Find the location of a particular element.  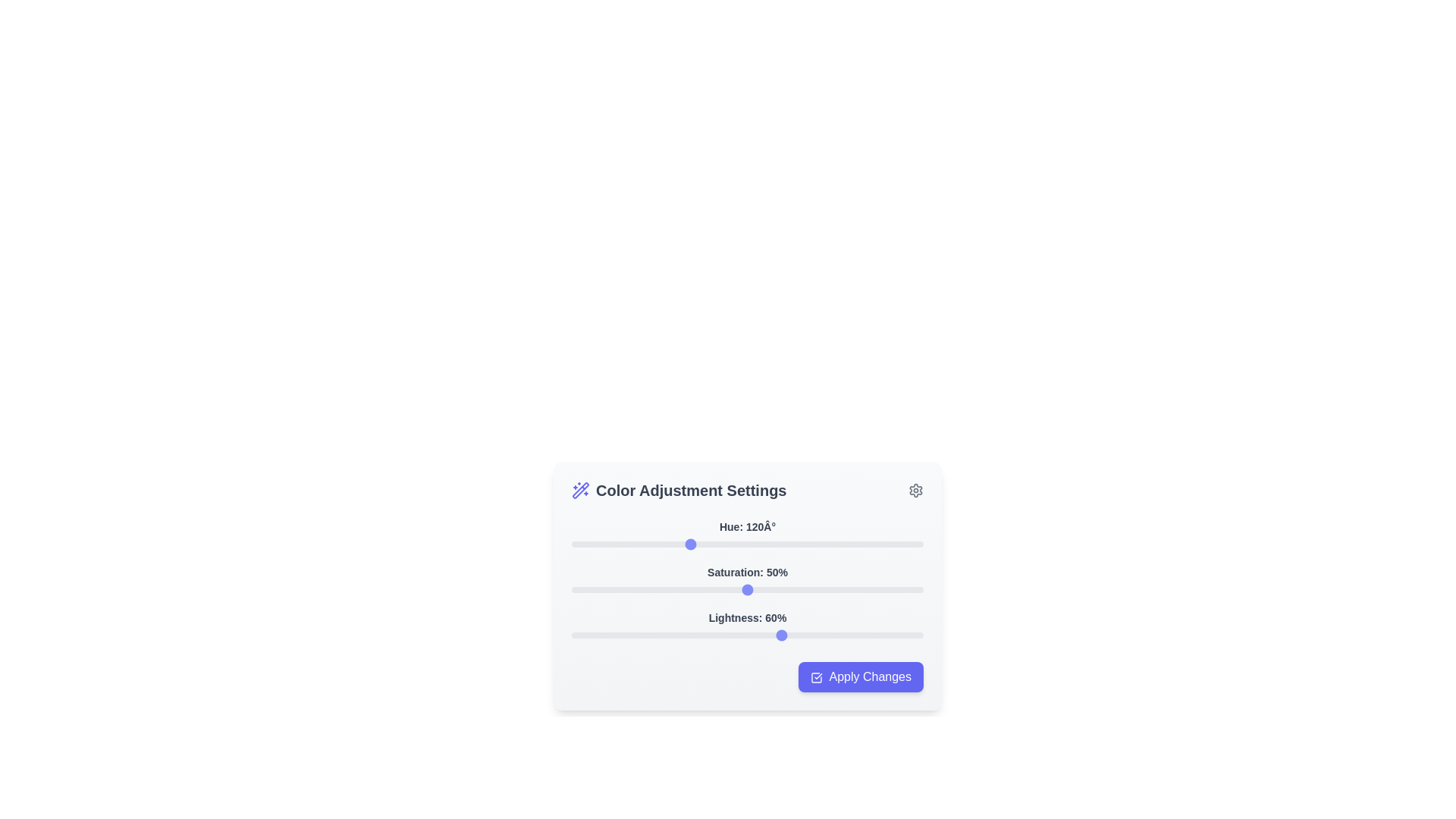

the text label displaying 'Saturation: 50%' which is a bold, medium-sized, gray-colored font, centrally aligned above the saturation slider in the color adjustment settings panel is located at coordinates (747, 573).